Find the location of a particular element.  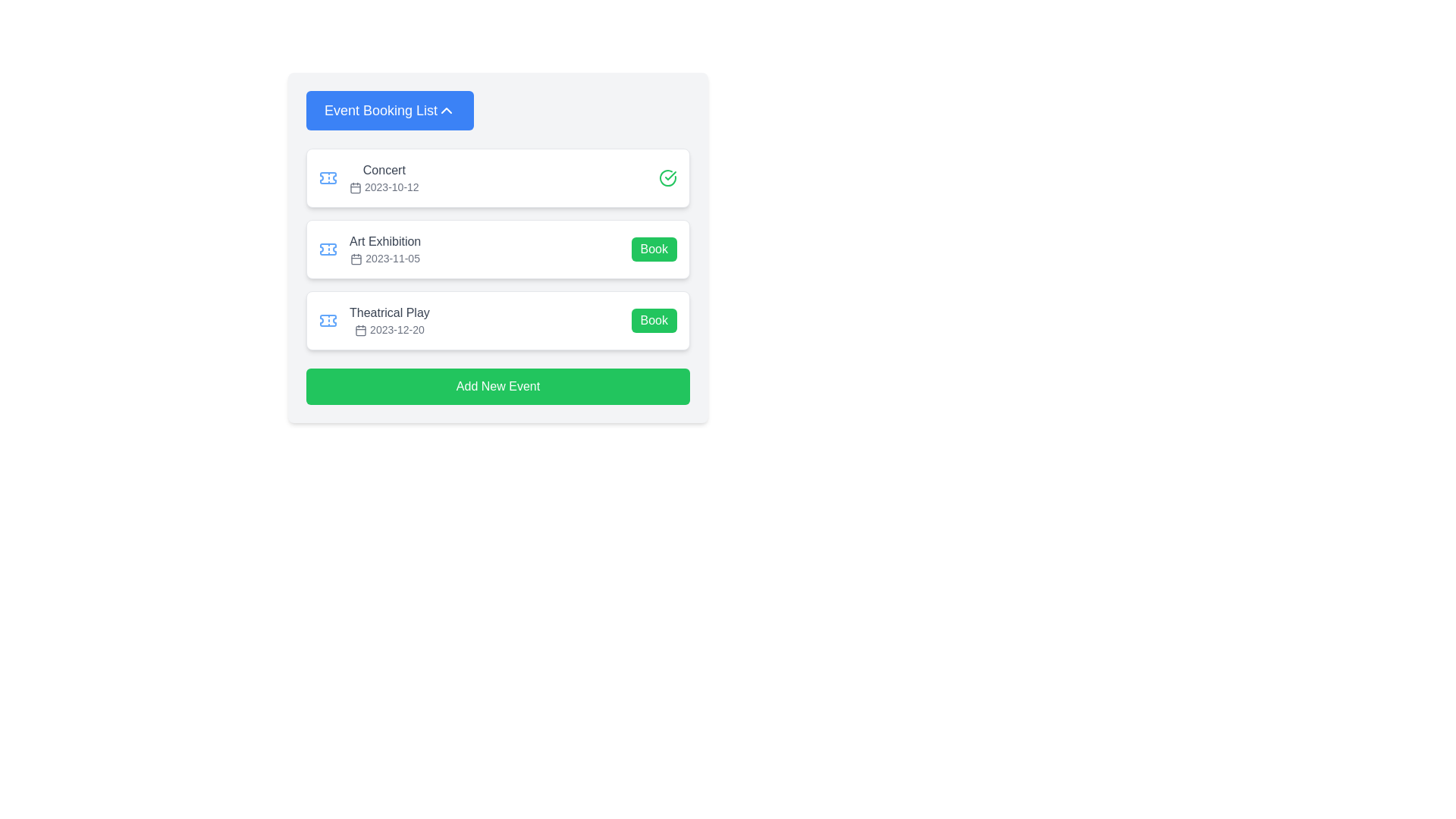

the chevron-up style icon in the header of the 'Event Booking List' section is located at coordinates (446, 110).